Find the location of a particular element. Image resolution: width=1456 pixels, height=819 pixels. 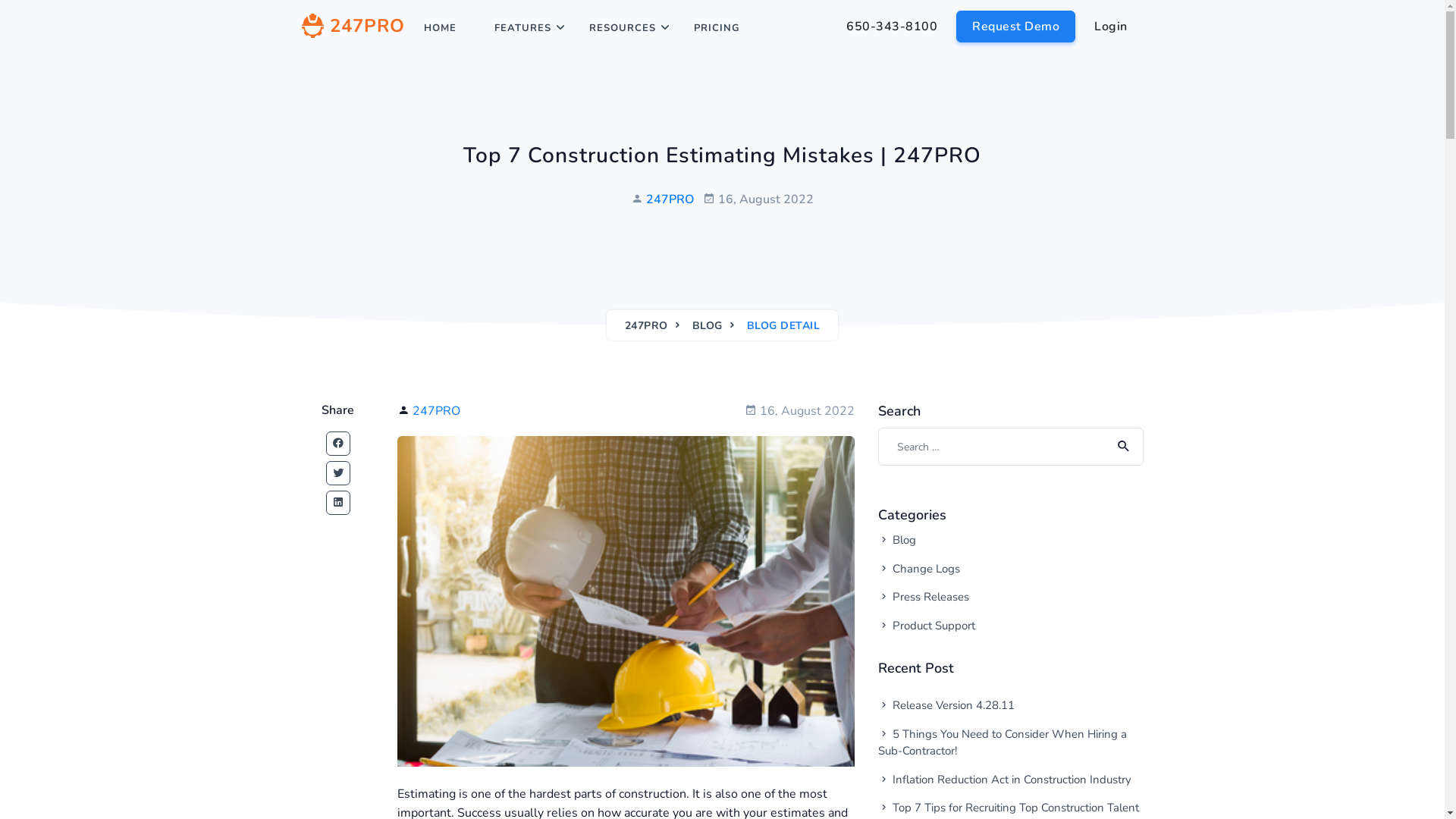

'RESOURCES' is located at coordinates (622, 28).